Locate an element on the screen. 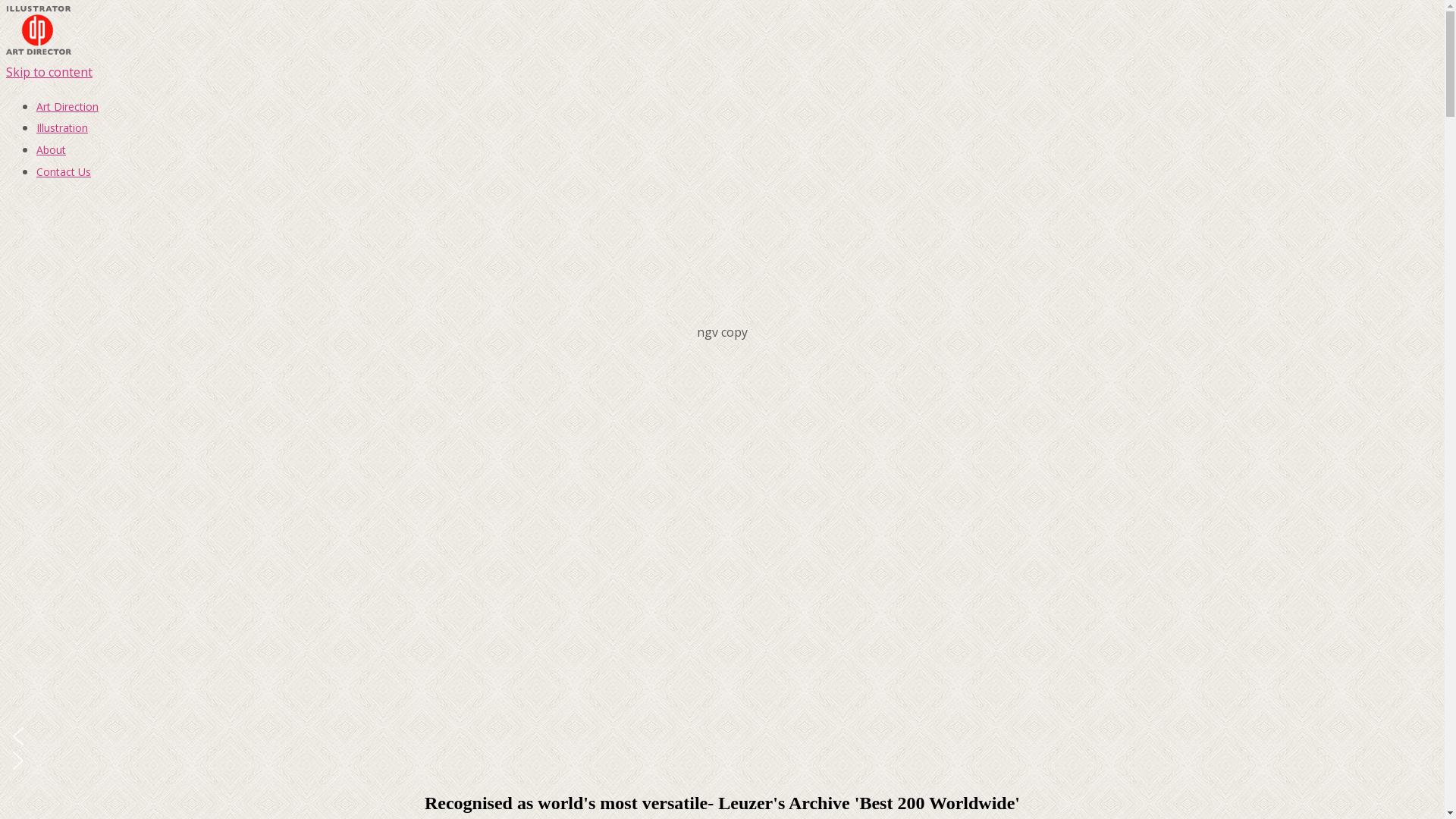 Image resolution: width=1456 pixels, height=819 pixels. 'Illustration' is located at coordinates (36, 127).